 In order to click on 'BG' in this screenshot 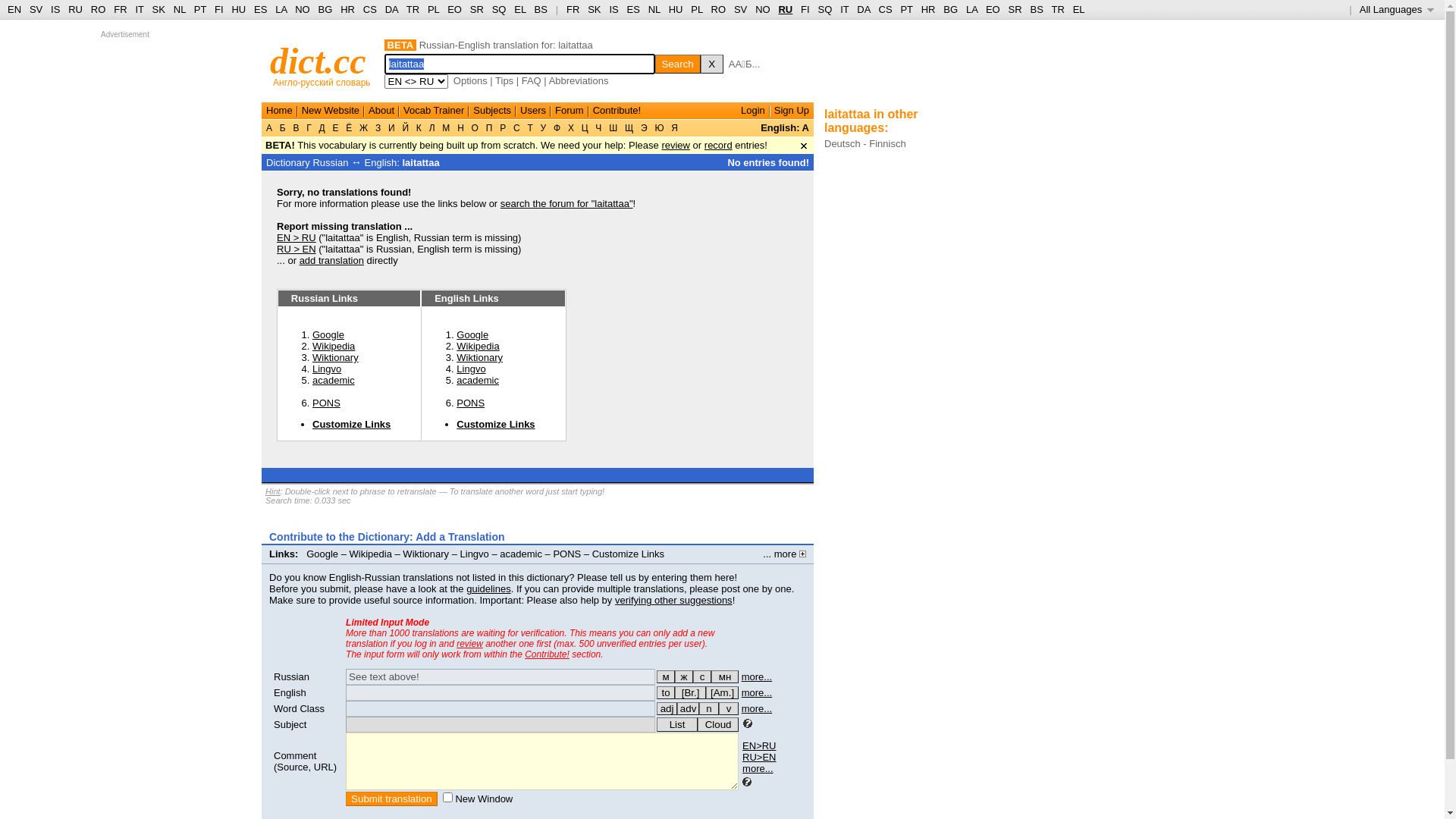, I will do `click(942, 9)`.